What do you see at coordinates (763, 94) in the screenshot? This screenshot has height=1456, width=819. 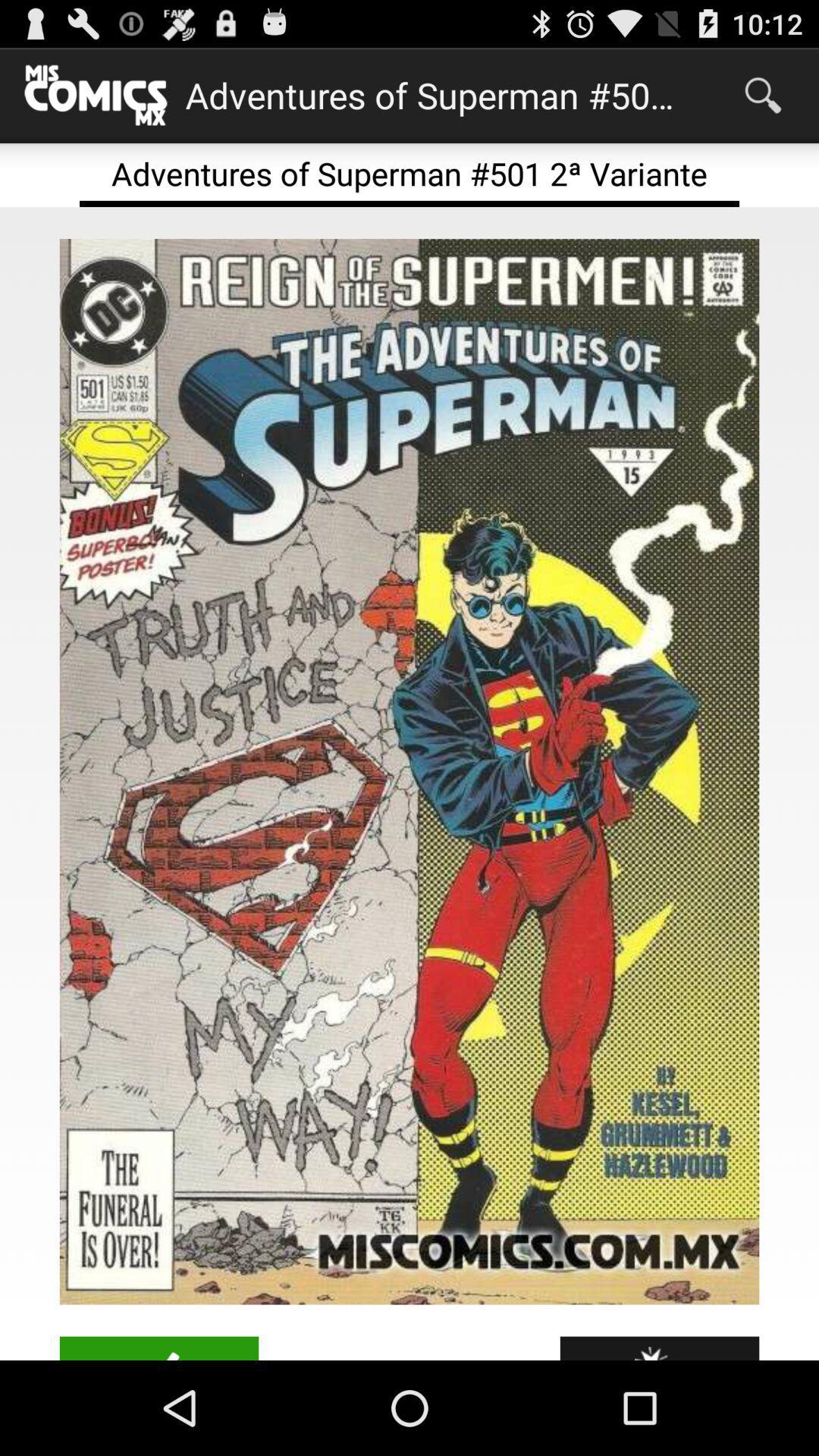 I see `app to the right of adventures of superman` at bounding box center [763, 94].